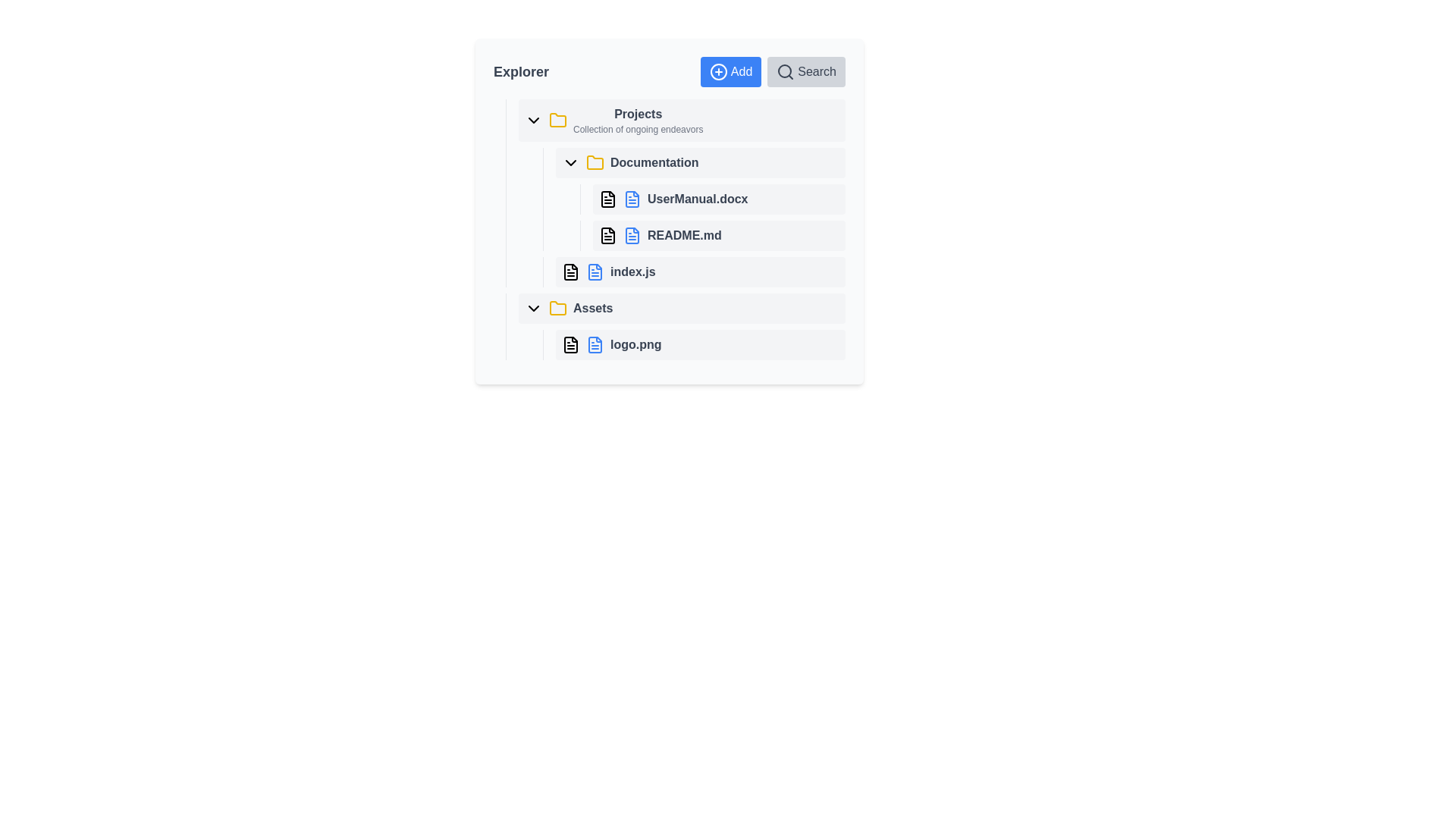  I want to click on the blue document icon, which is a vector-based graphic resembling a sheet of paper with a folded corner, located next to text or another icon in the UI, so click(595, 345).